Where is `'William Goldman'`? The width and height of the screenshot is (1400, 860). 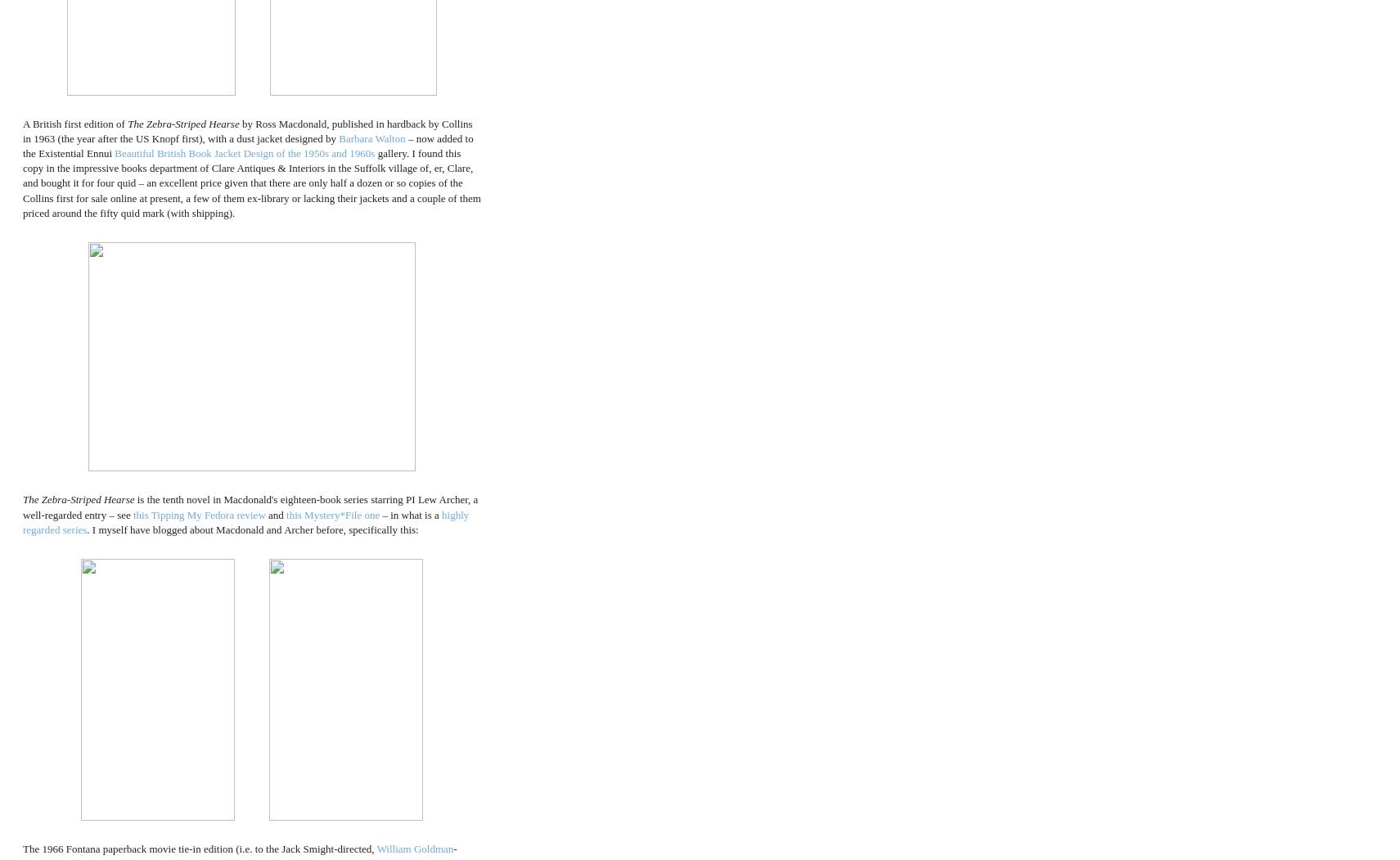
'William Goldman' is located at coordinates (414, 848).